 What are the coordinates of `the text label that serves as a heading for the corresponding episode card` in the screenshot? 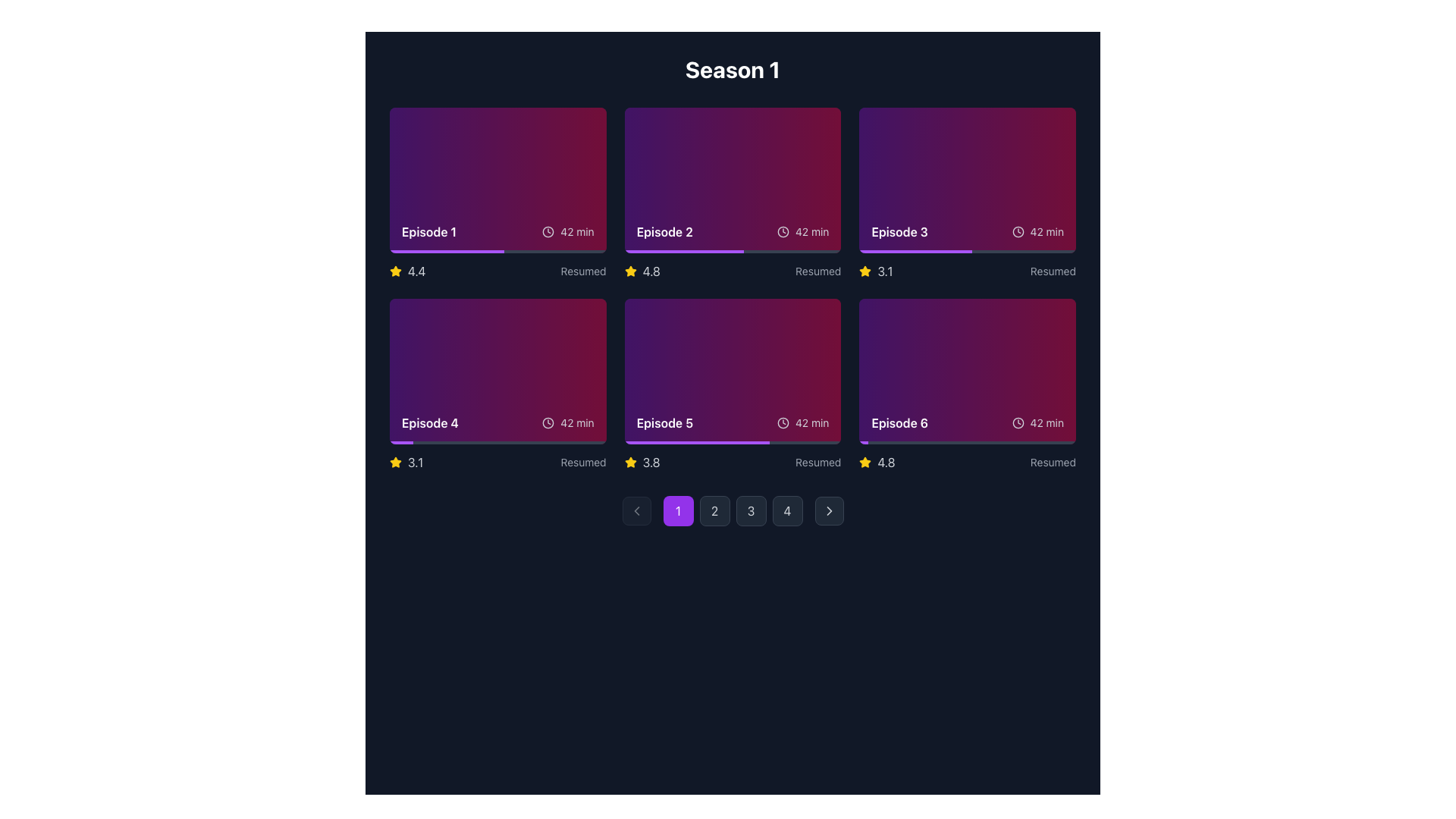 It's located at (899, 423).